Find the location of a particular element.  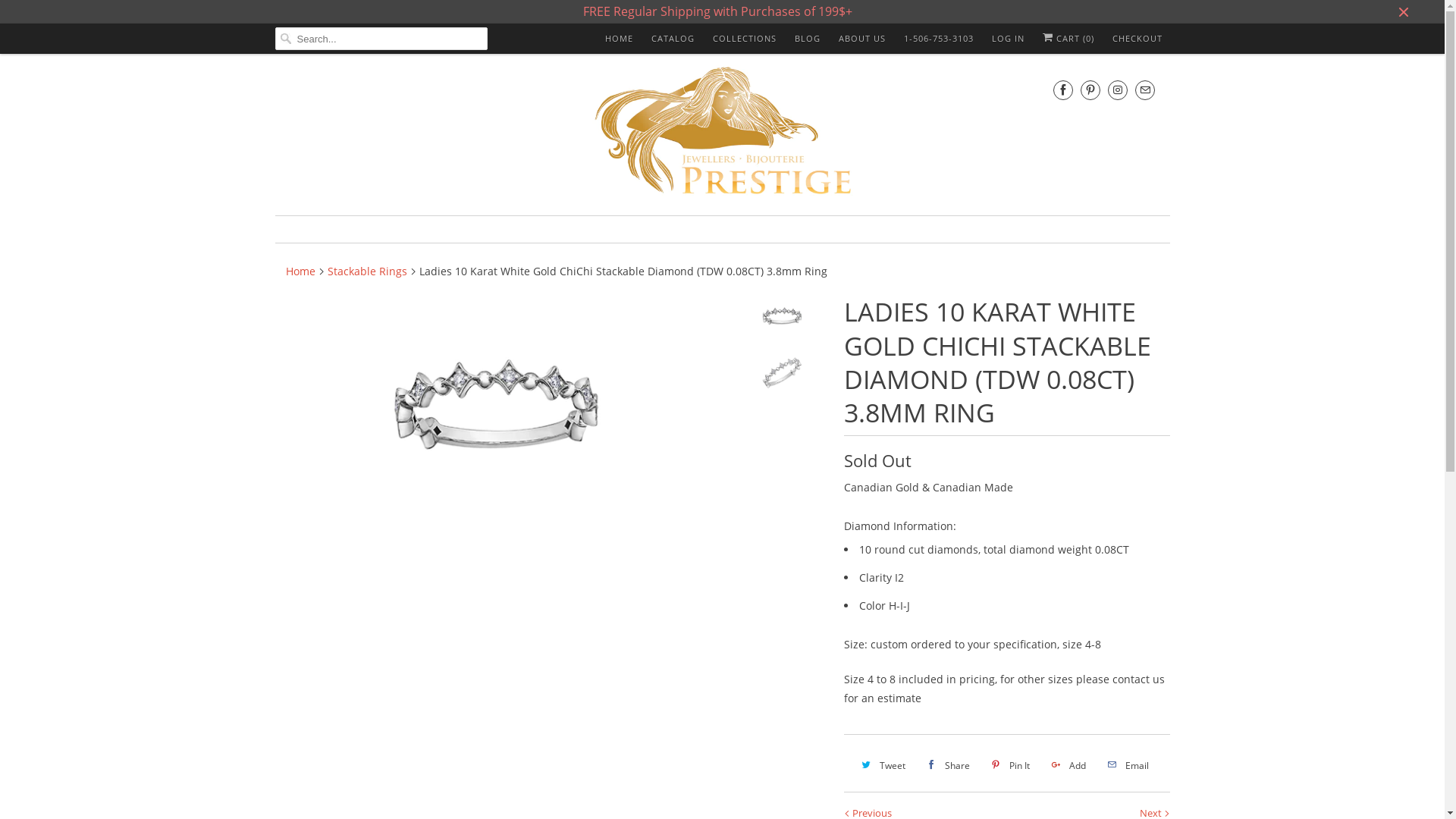

'Pin It' is located at coordinates (1009, 765).